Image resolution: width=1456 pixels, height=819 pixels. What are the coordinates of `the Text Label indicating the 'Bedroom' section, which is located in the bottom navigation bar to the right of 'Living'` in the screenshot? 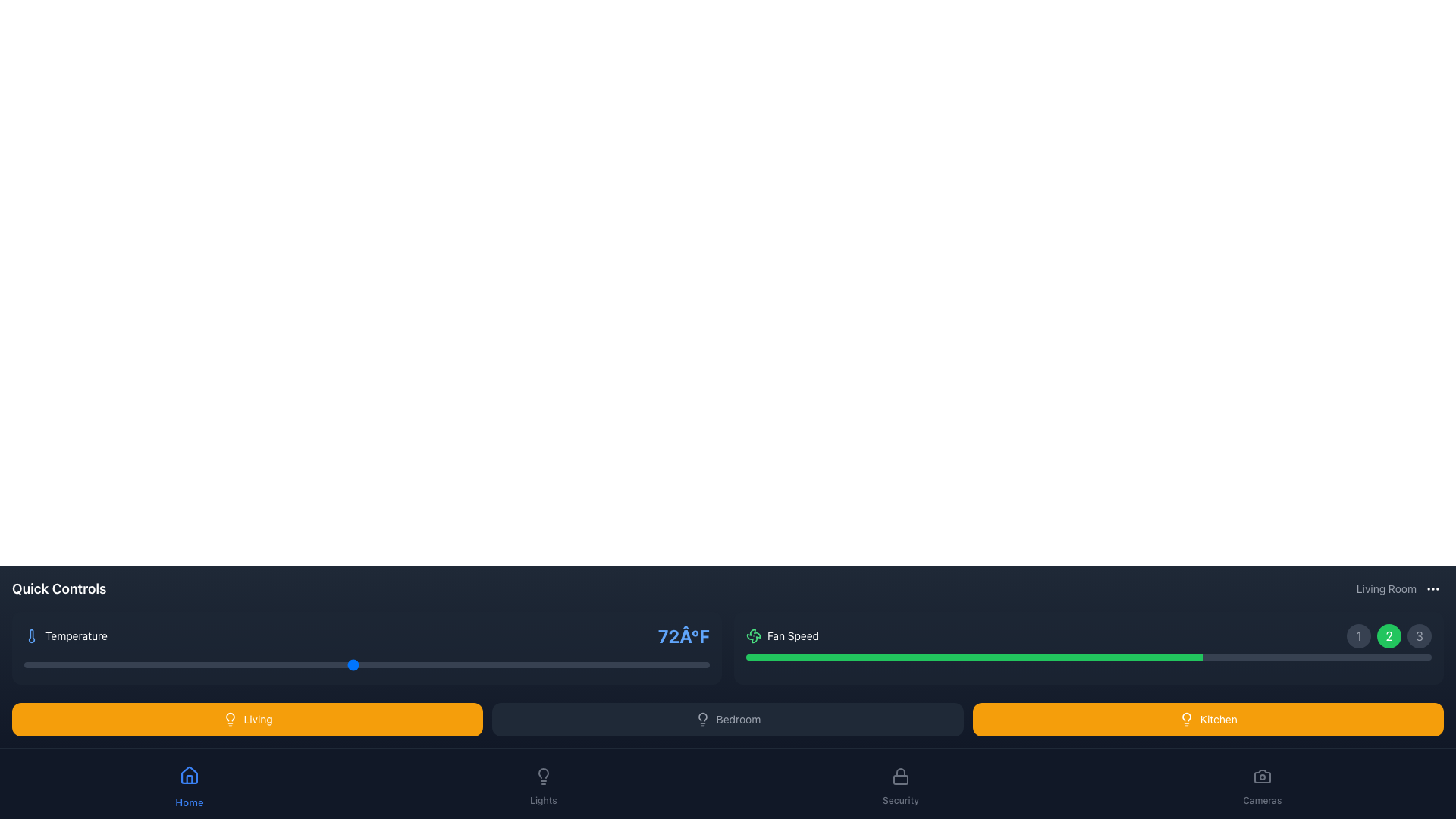 It's located at (739, 718).